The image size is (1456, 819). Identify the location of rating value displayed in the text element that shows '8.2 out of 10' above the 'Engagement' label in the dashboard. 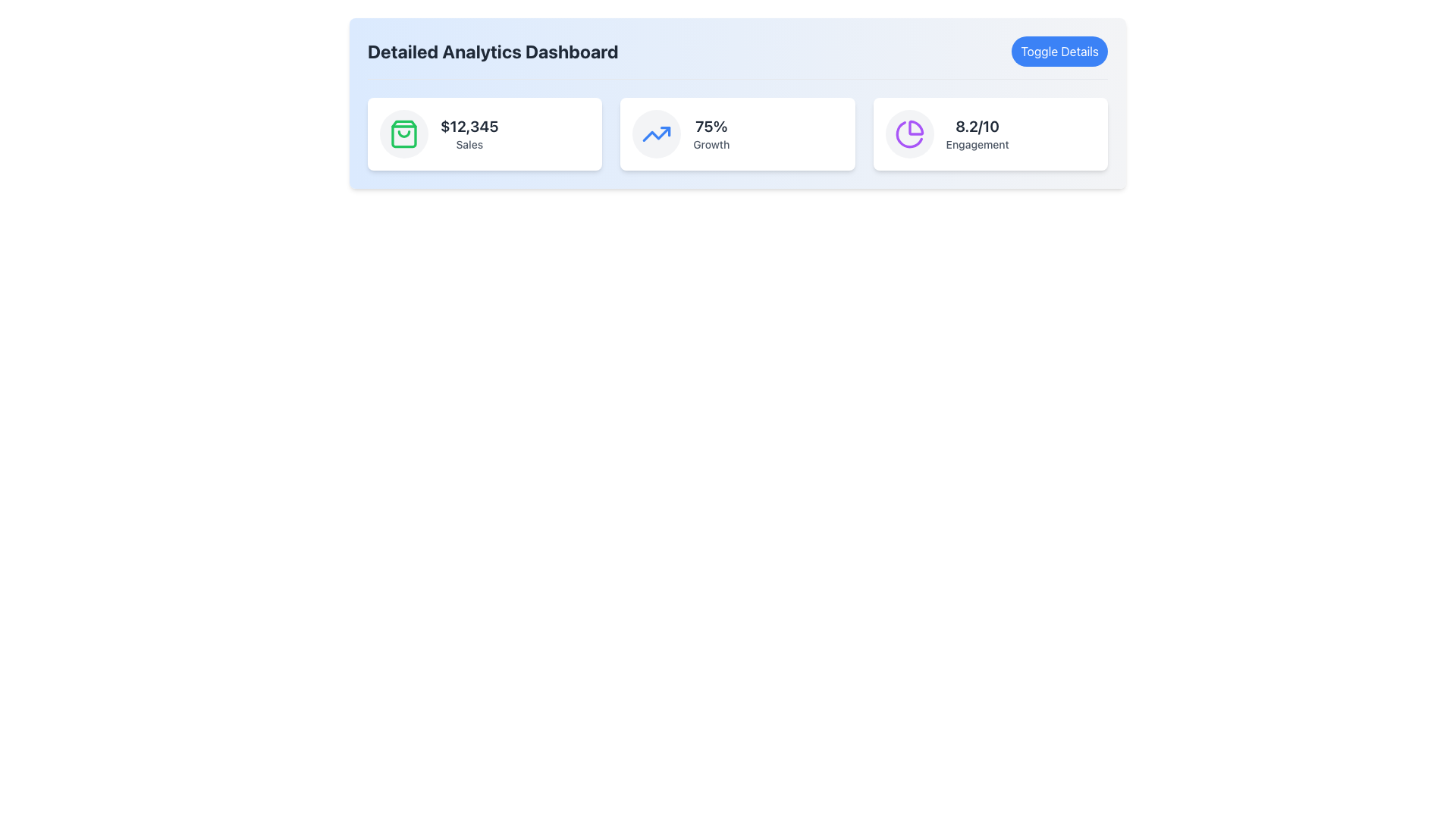
(977, 125).